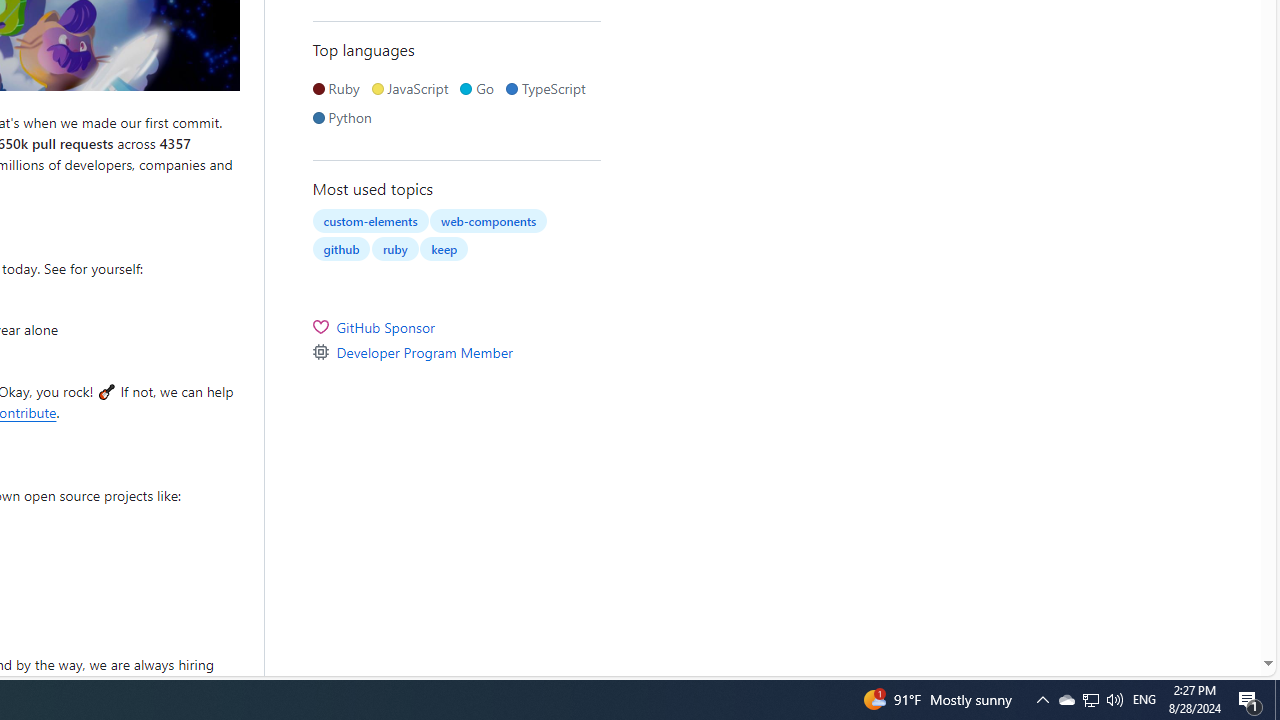 The image size is (1280, 720). Describe the element at coordinates (488, 221) in the screenshot. I see `'web-components'` at that location.